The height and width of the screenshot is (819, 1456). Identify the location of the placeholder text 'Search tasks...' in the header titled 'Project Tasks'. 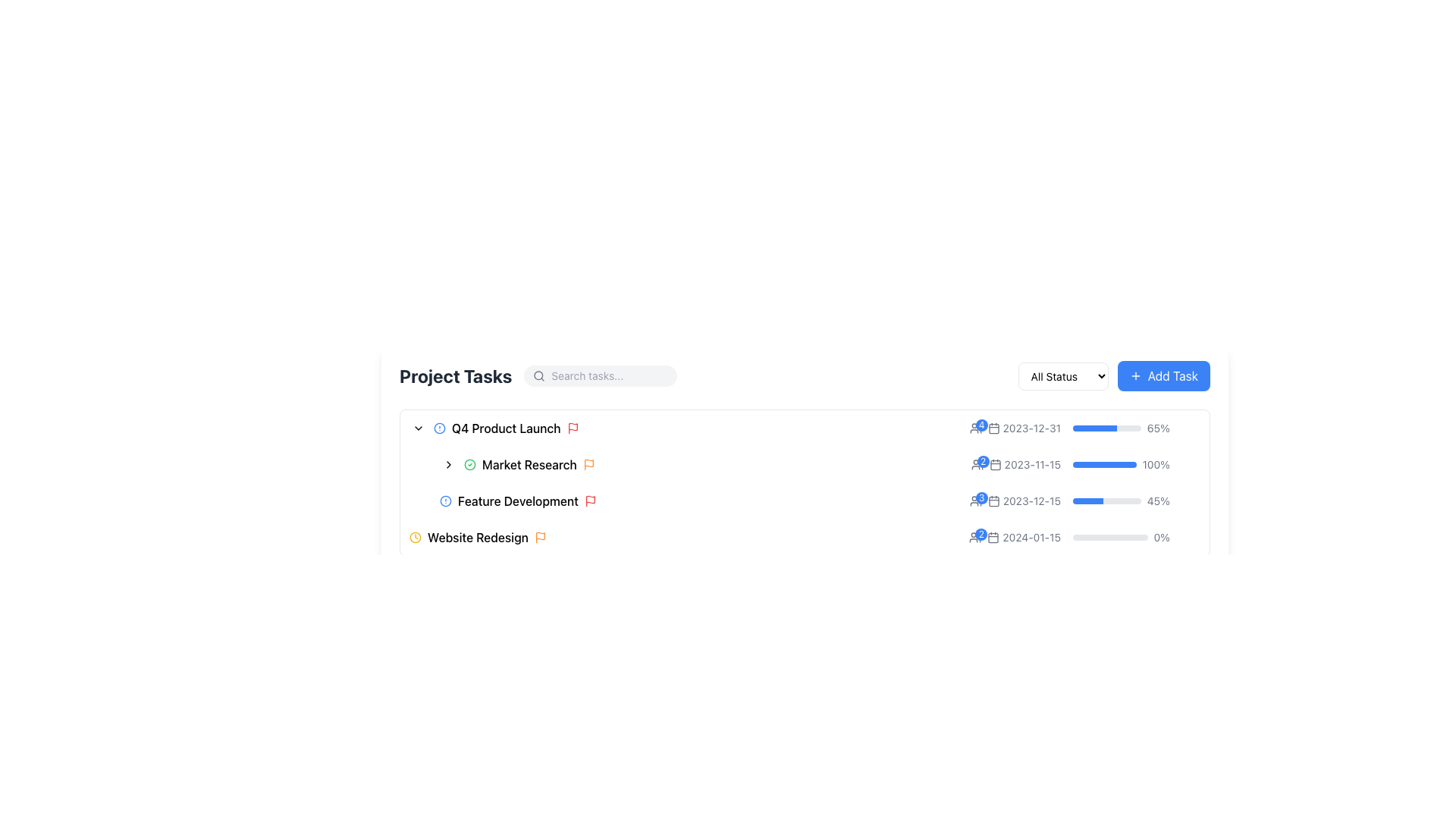
(538, 375).